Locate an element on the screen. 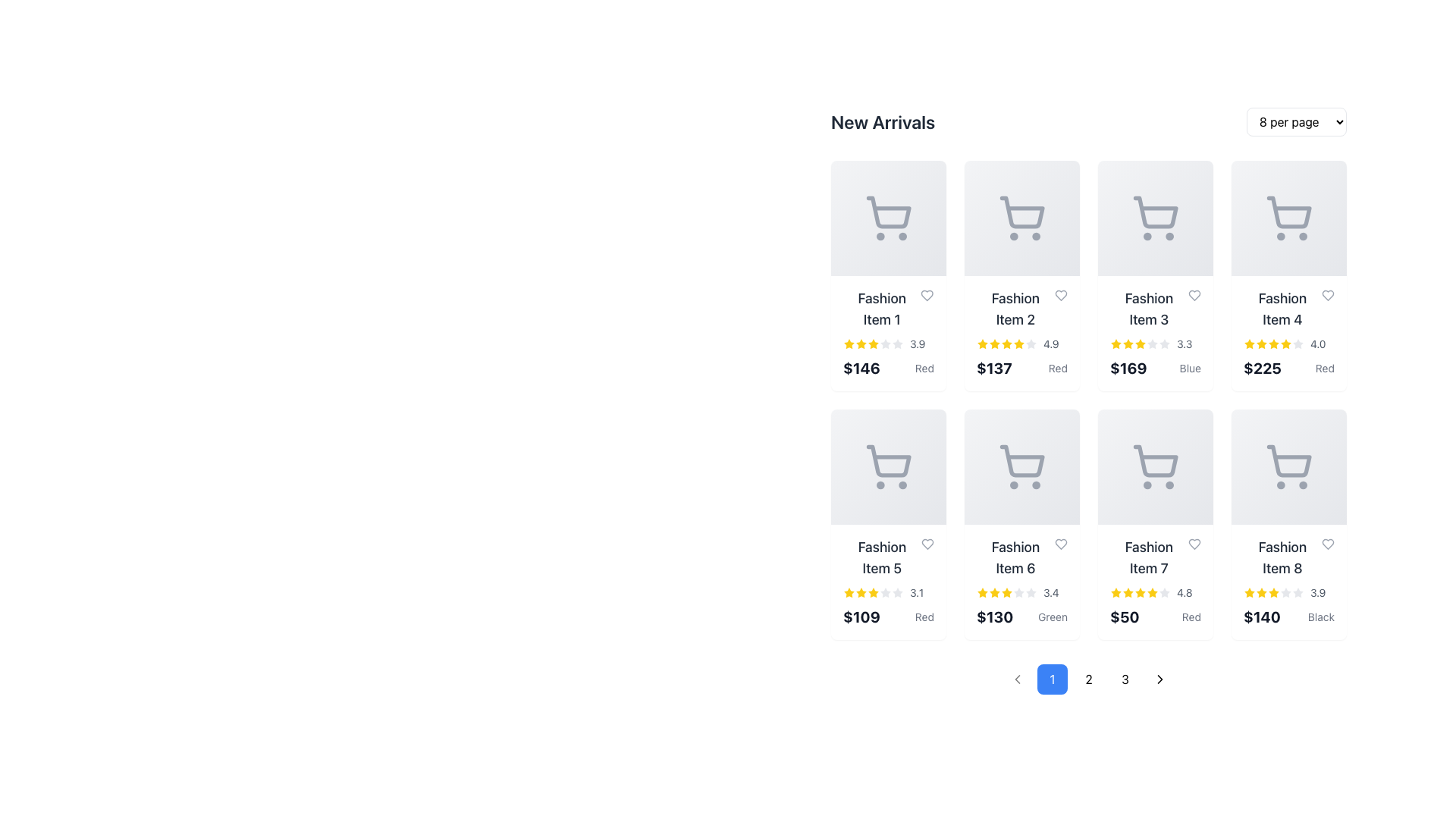  fourth star icon in the 5-star rating system for 'Fashion Item 4', which visually indicates a part of a 4.0 rating is located at coordinates (1274, 344).